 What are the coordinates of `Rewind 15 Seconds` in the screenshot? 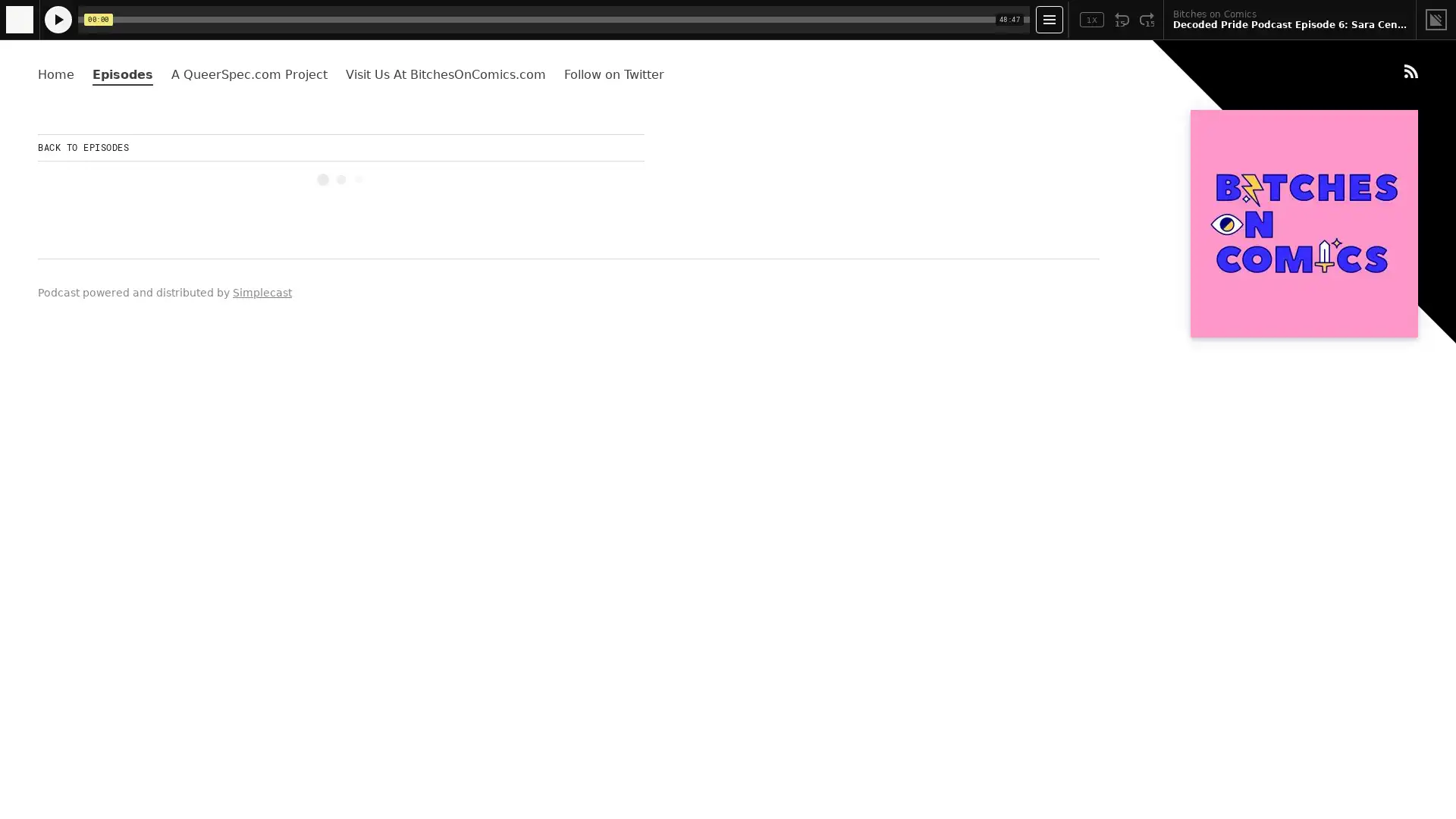 It's located at (1122, 20).